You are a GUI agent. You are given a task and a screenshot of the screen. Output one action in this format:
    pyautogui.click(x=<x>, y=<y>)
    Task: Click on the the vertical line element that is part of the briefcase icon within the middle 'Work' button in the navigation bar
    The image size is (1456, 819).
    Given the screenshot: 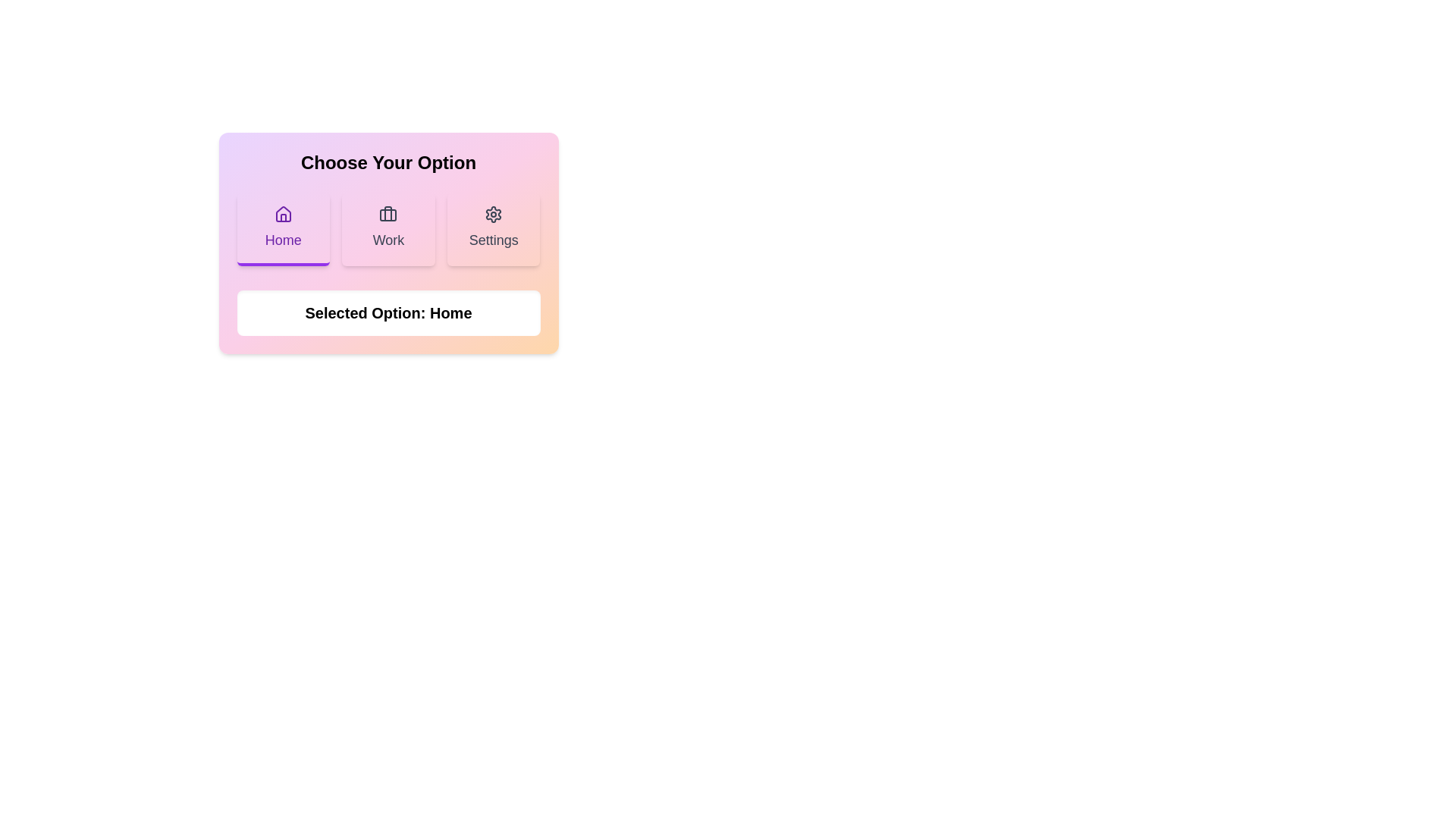 What is the action you would take?
    pyautogui.click(x=388, y=213)
    